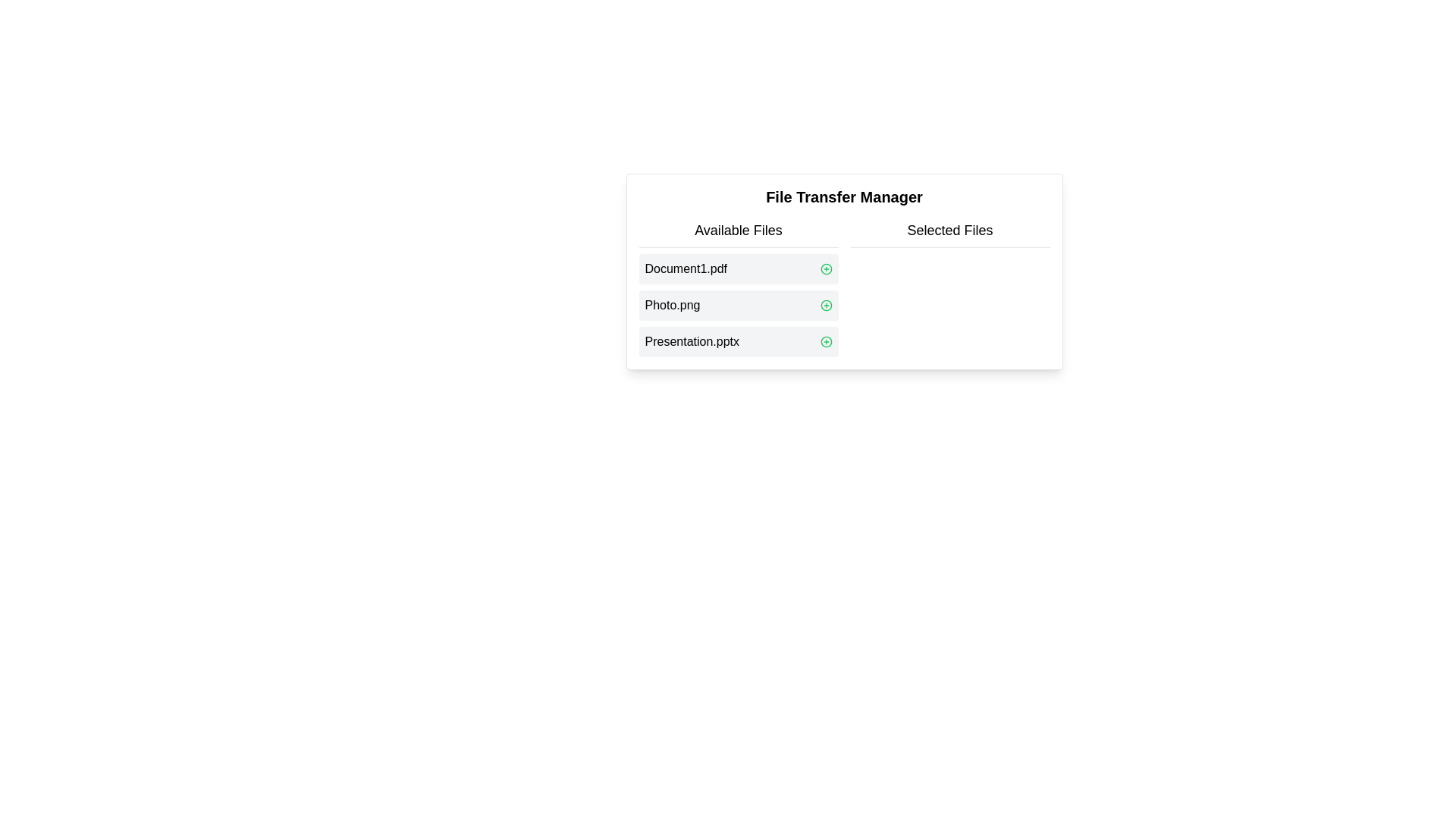 The width and height of the screenshot is (1456, 819). Describe the element at coordinates (825, 342) in the screenshot. I see `the button with a plus icon located in the far right of the row for the file 'Presentation.pptx'` at that location.